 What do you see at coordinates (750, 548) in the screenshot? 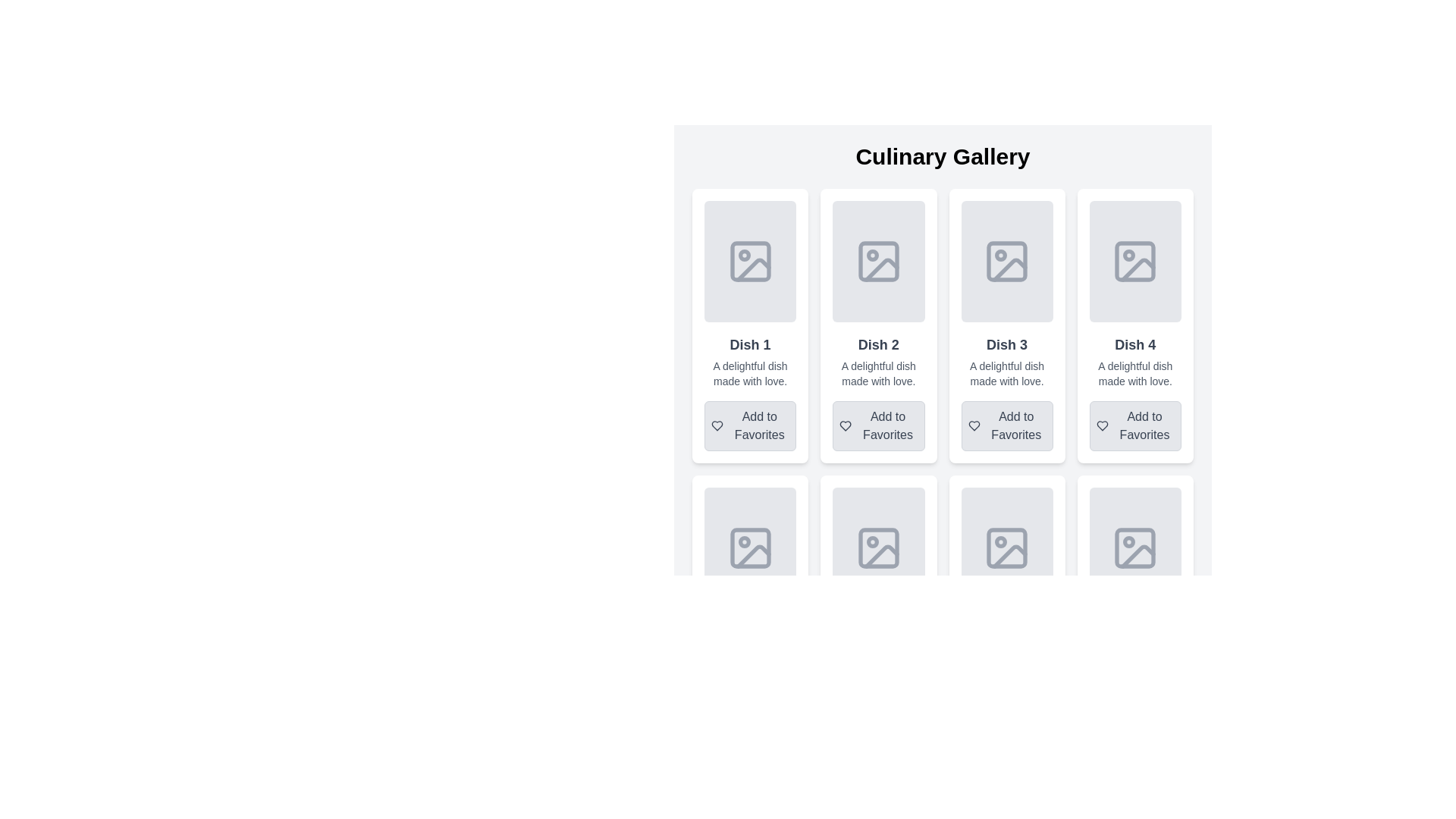
I see `the Icon in the 'Culinary Gallery' section that serves as a visual placeholder for images, which is located in the second row and first column of a grid layout` at bounding box center [750, 548].